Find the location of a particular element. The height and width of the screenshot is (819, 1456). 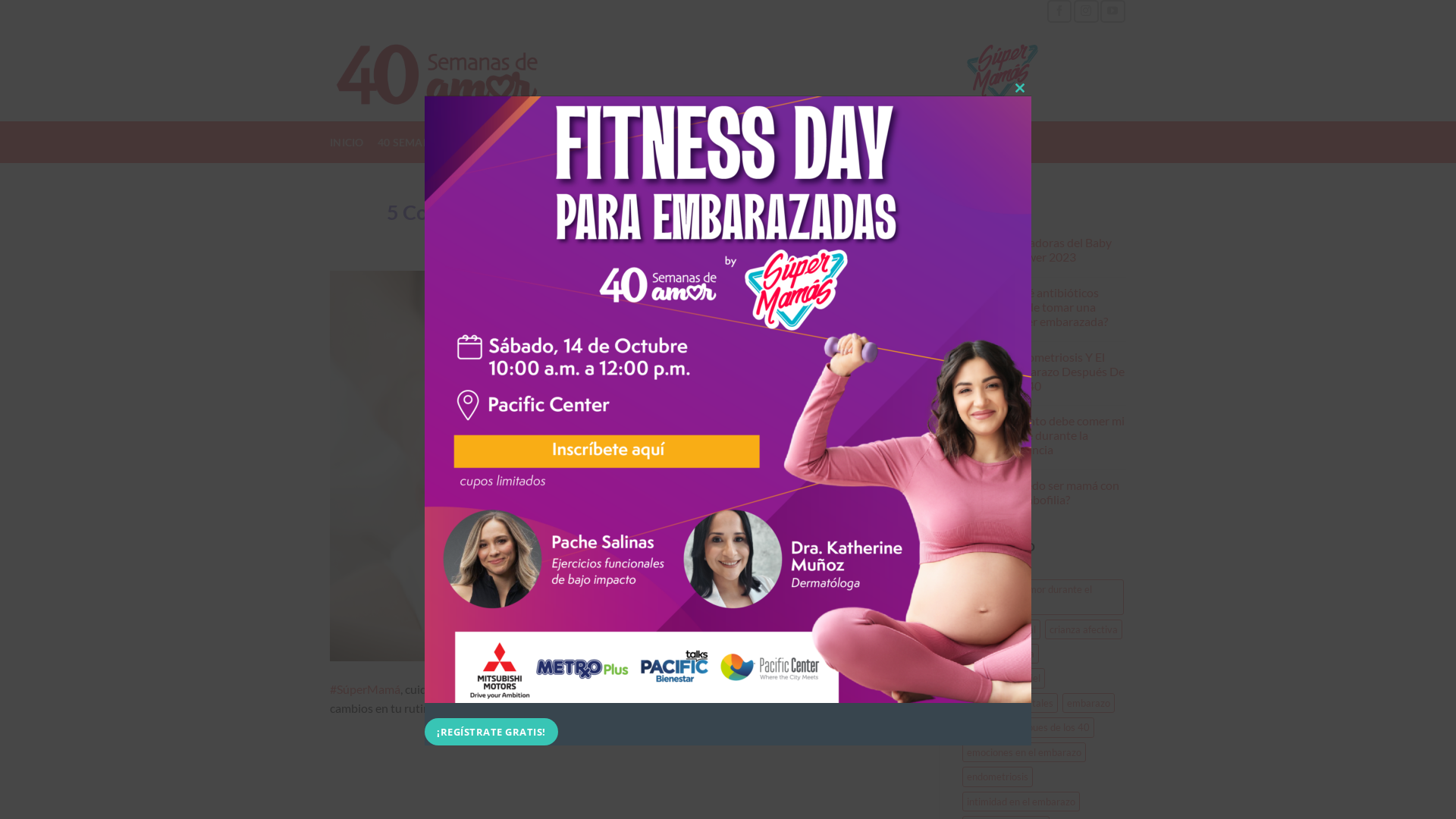

'embarazo despues de los 40' is located at coordinates (1027, 726).